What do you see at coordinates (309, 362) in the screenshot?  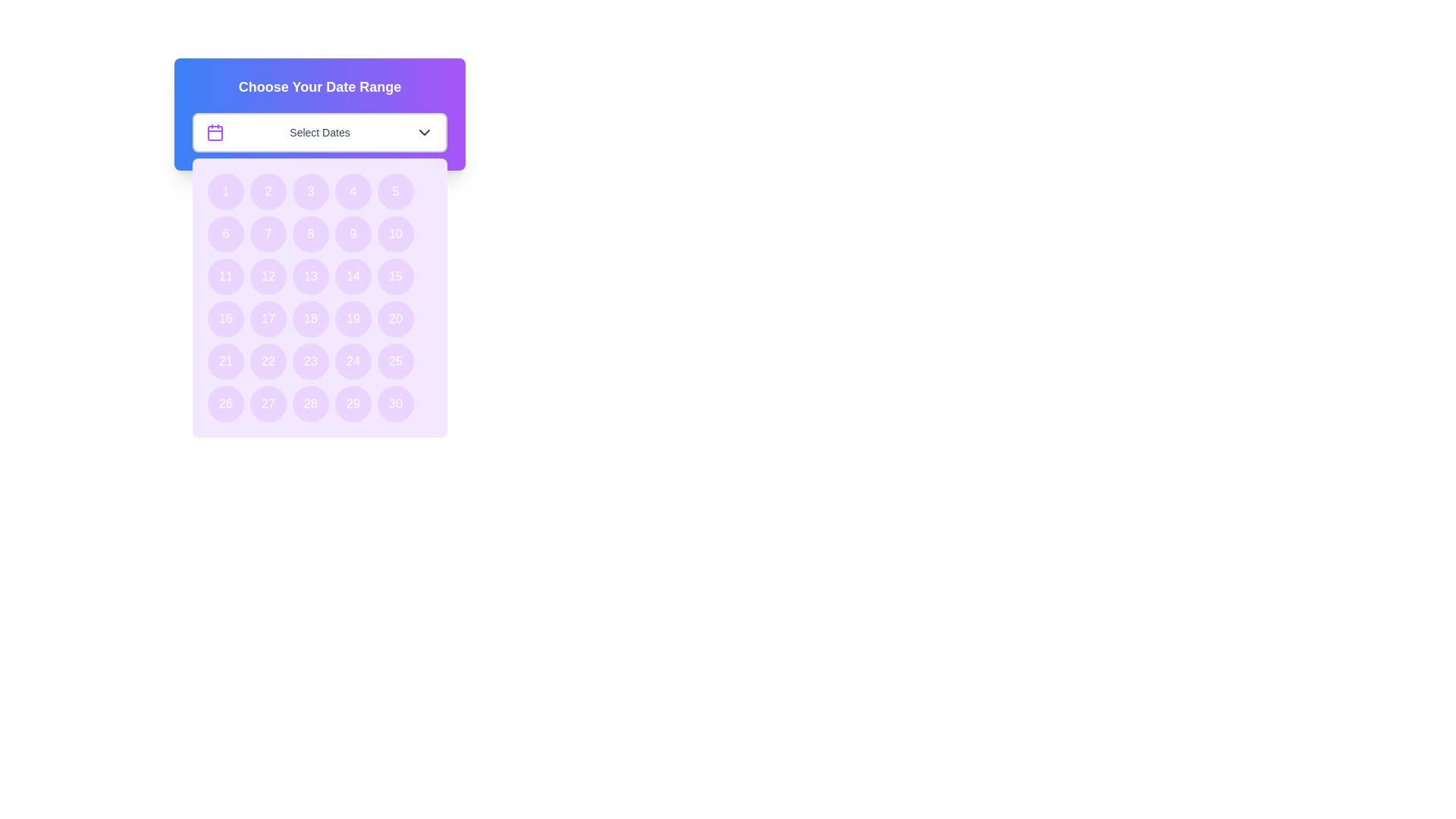 I see `the selectable day button for the date '23' in the calendar grid widget` at bounding box center [309, 362].